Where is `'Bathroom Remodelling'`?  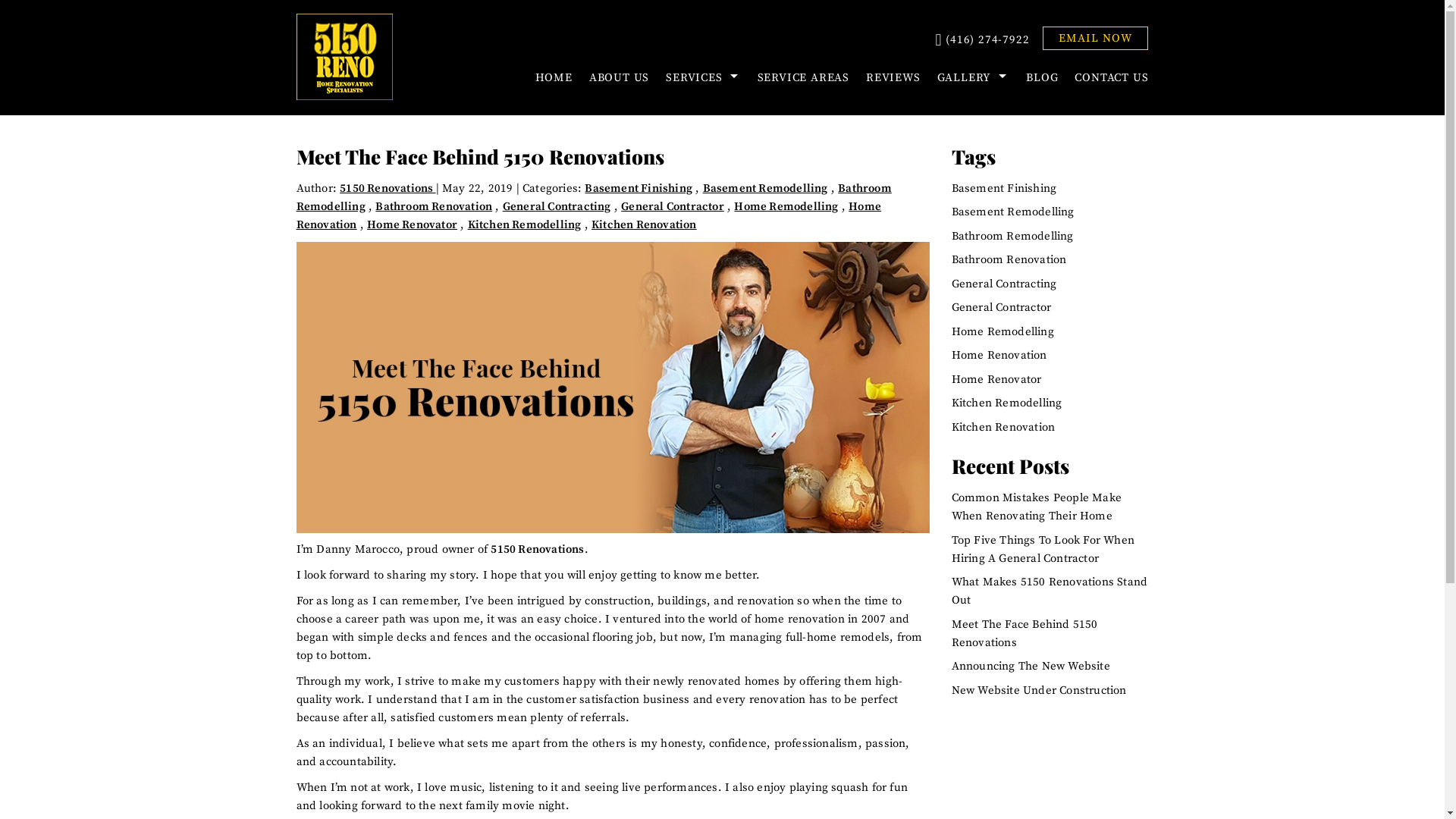 'Bathroom Remodelling' is located at coordinates (1012, 236).